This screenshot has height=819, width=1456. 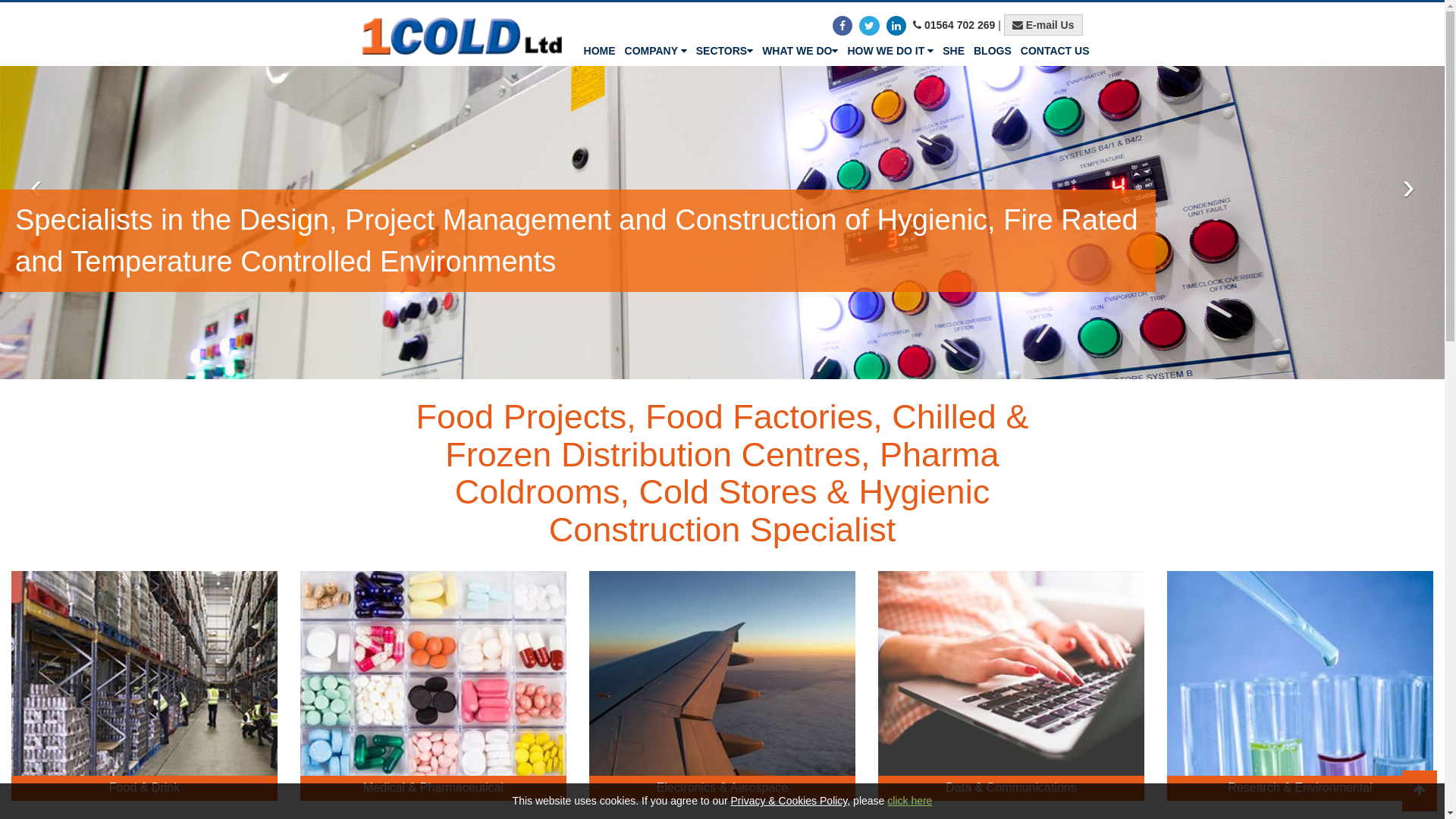 I want to click on 'Medical & Pharmaceutical', so click(x=432, y=686).